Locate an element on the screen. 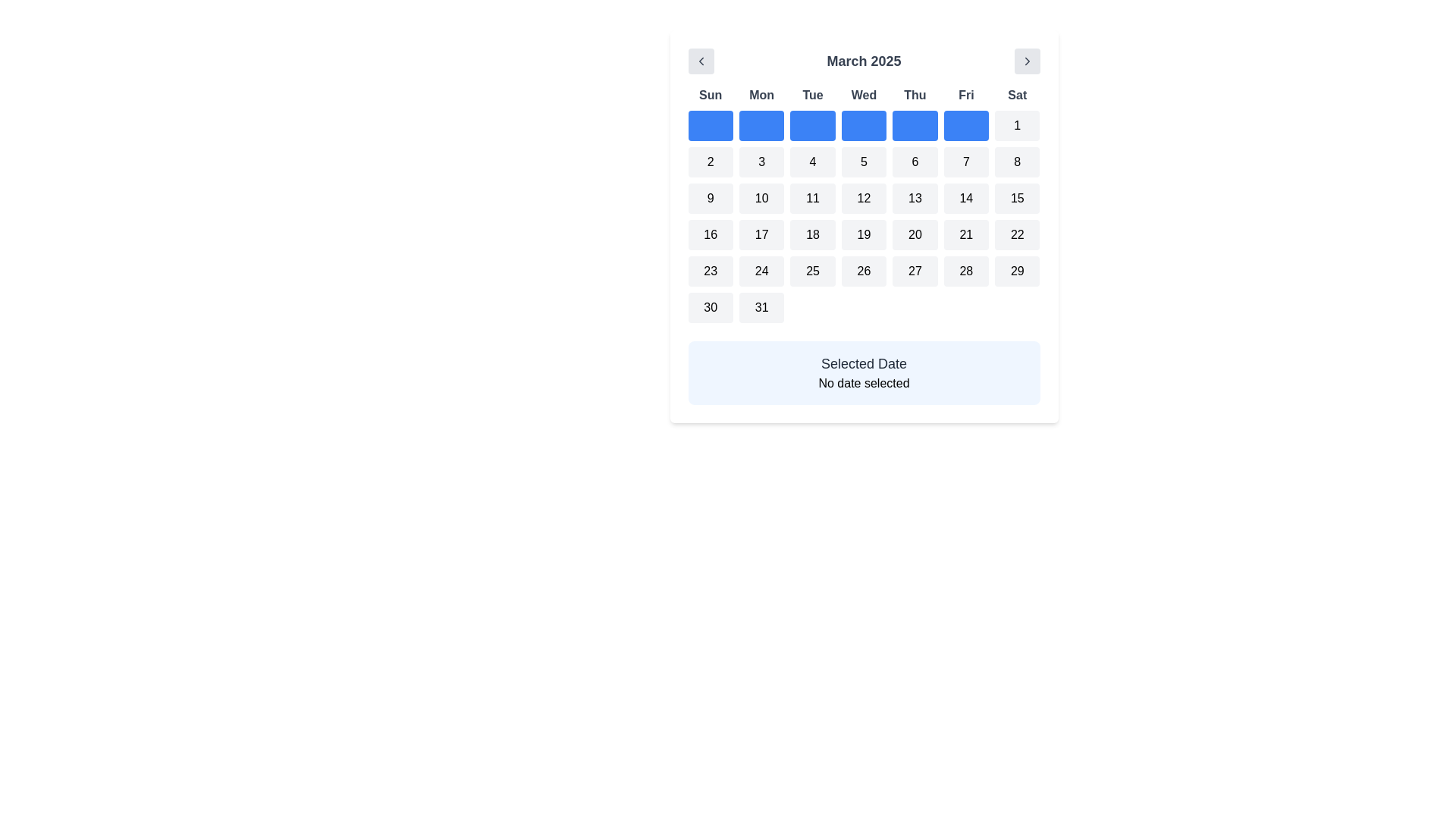  the chevron icon located at the top-right corner of the calendar interface is located at coordinates (1027, 61).